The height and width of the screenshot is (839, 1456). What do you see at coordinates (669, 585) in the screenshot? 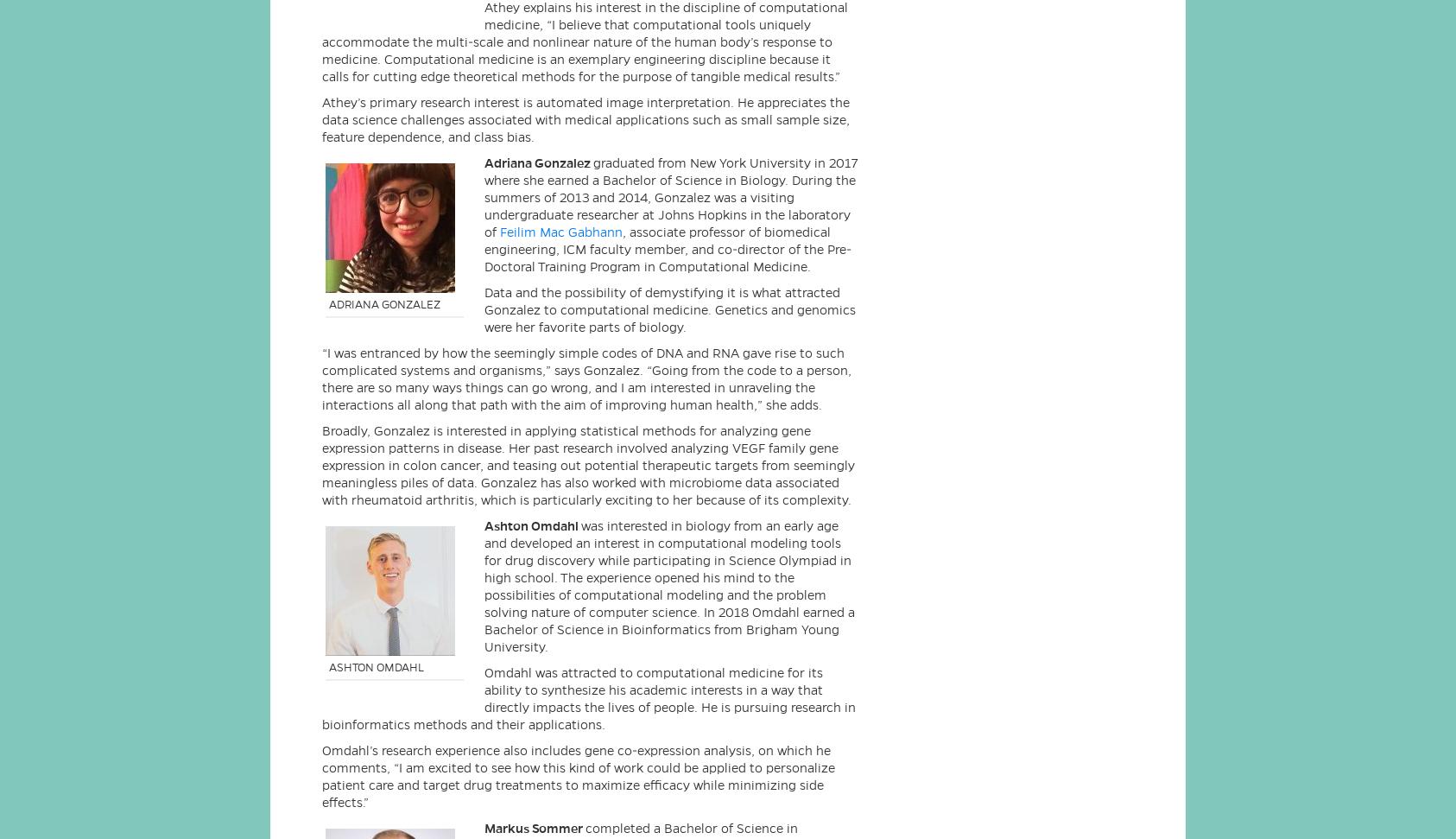
I see `'was interested in biology from an early age and developed an interest in computational modeling tools for drug discovery while participating in Science Olympiad in high school. The experience opened his mind to the possibilities of computational modeling and the problem solving nature of computer science. In 2018 Omdahl earned a Bachelor of Science in Bioinformatics from Brigham Young University.'` at bounding box center [669, 585].